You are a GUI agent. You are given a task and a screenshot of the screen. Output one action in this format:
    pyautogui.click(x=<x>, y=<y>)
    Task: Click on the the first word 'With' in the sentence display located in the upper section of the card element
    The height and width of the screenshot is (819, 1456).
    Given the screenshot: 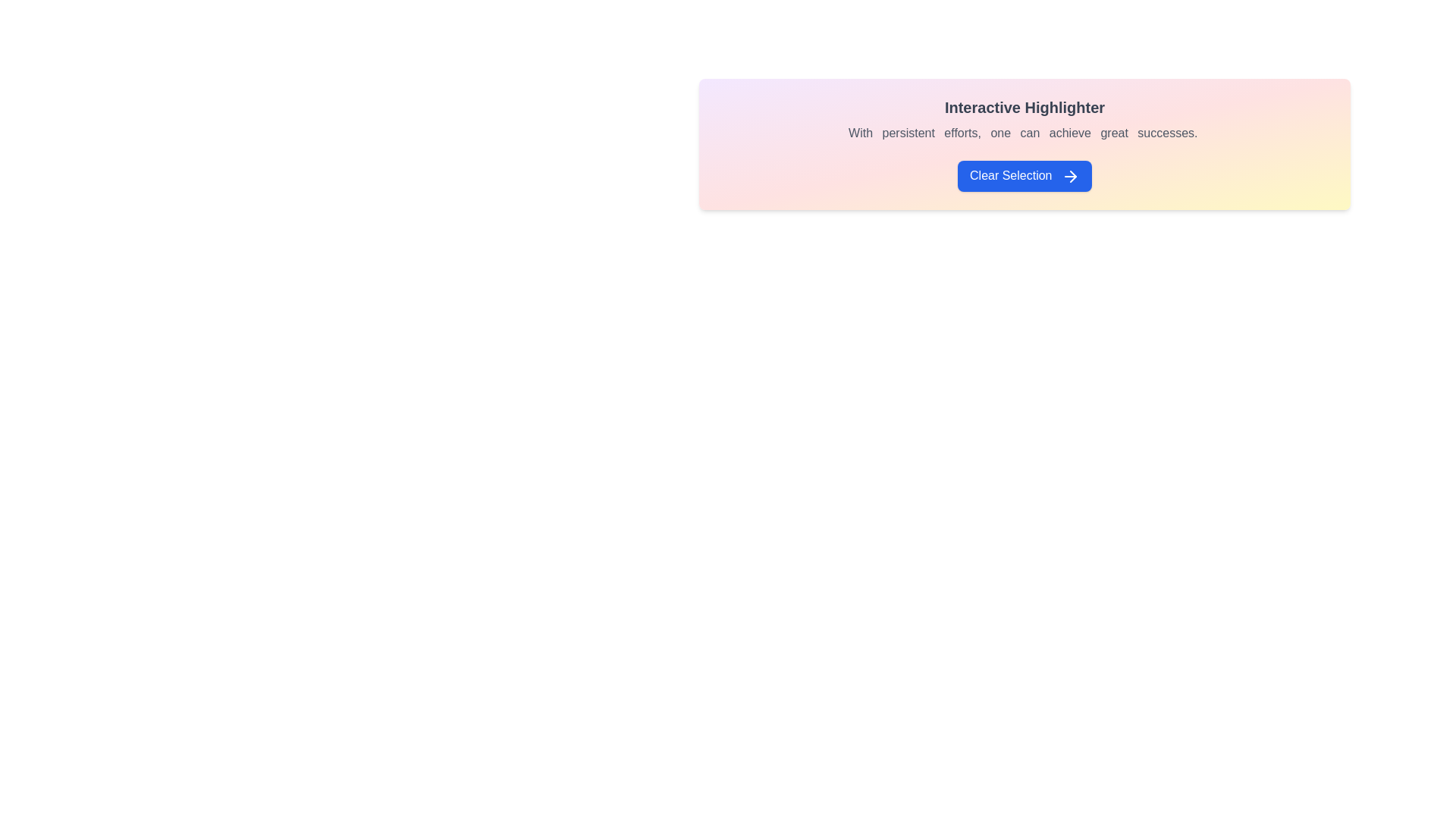 What is the action you would take?
    pyautogui.click(x=862, y=132)
    